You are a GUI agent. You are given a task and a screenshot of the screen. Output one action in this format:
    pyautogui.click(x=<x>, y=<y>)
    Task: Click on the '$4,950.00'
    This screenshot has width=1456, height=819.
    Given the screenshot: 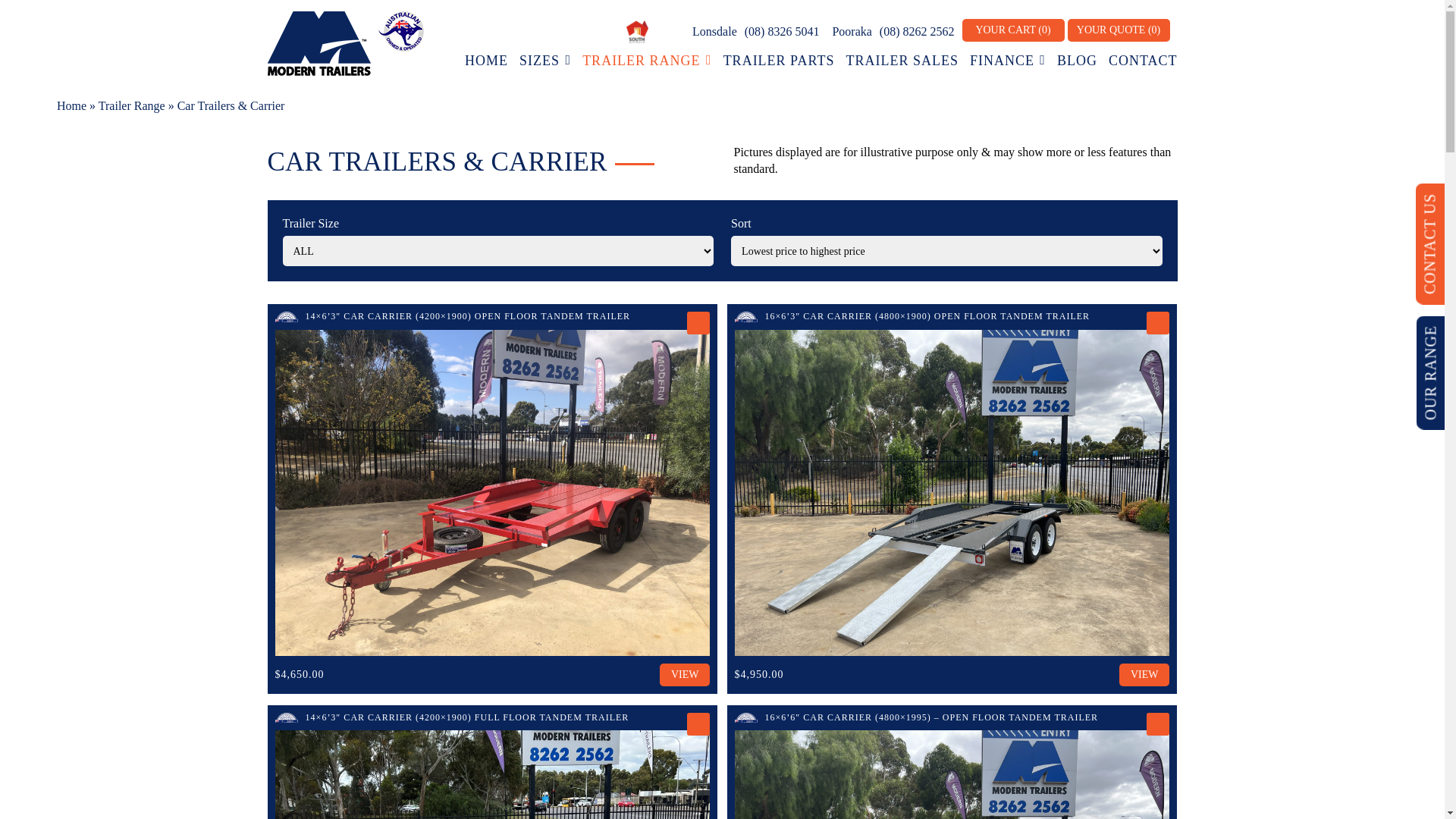 What is the action you would take?
    pyautogui.click(x=759, y=673)
    